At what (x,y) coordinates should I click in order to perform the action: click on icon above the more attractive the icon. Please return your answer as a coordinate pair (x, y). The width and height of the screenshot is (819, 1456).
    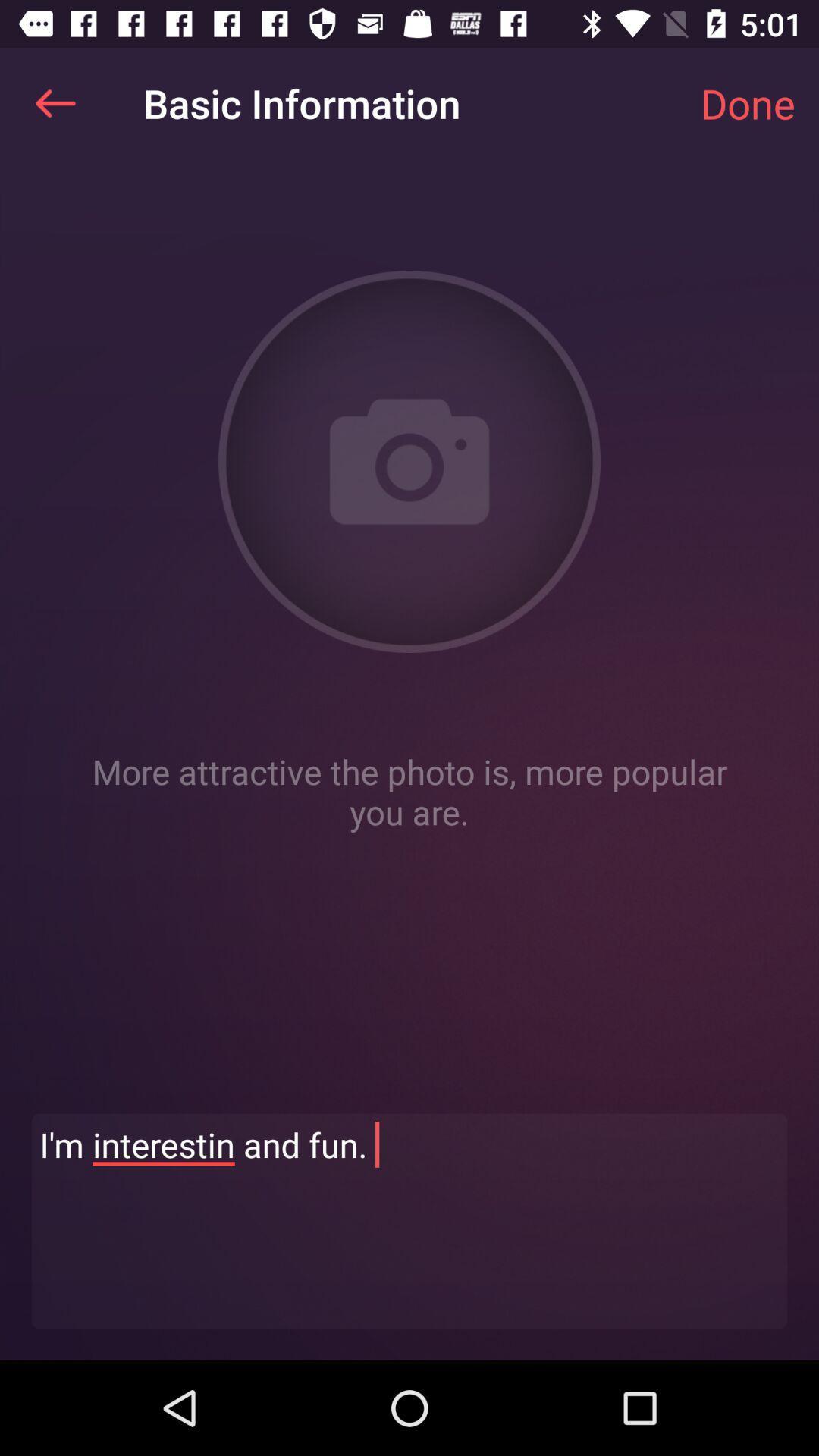
    Looking at the image, I should click on (747, 102).